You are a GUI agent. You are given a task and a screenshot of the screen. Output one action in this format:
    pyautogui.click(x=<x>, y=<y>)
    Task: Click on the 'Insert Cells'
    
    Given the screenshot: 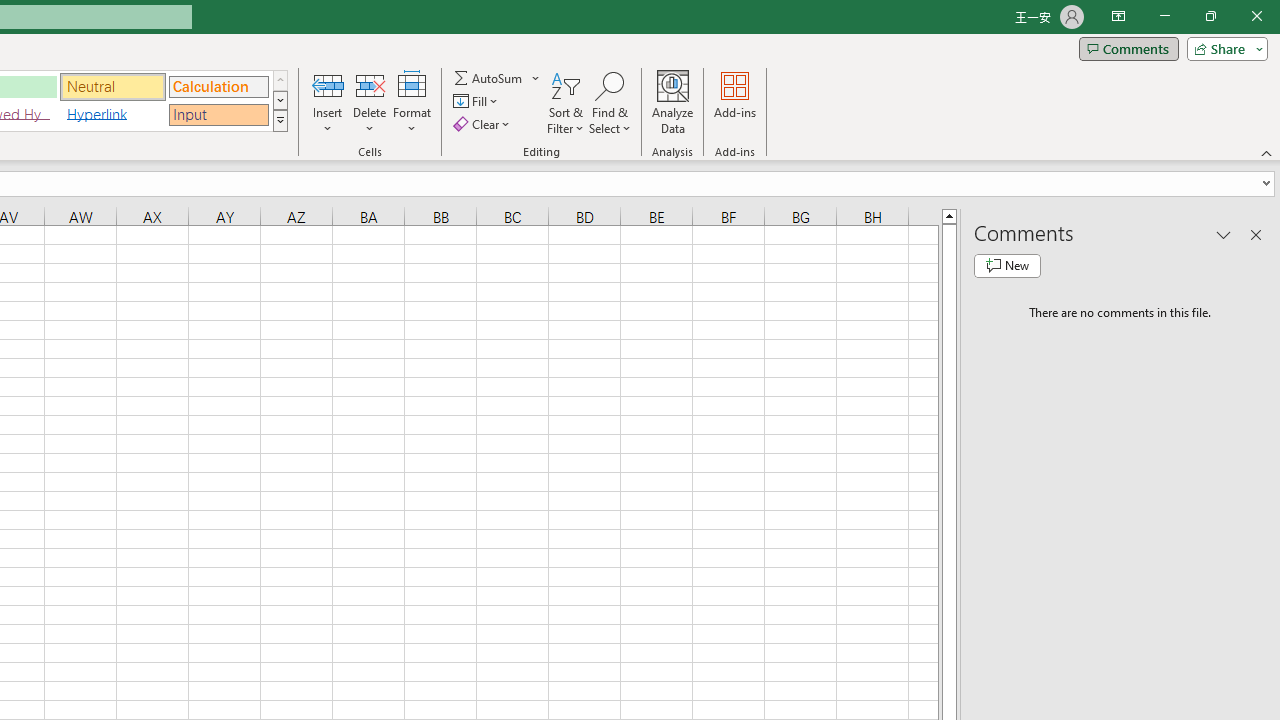 What is the action you would take?
    pyautogui.click(x=328, y=84)
    